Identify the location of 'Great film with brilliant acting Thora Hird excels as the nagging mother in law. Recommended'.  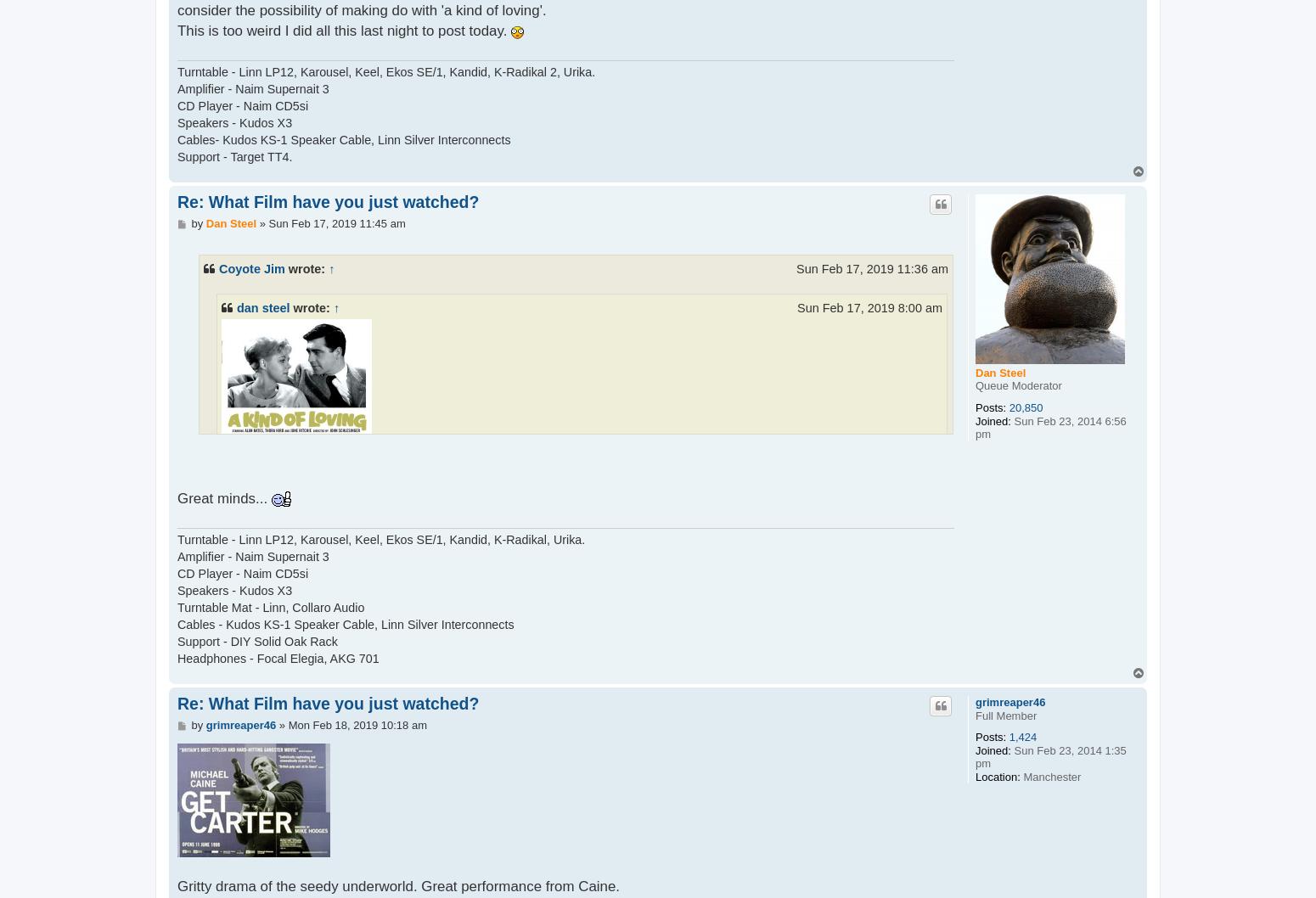
(222, 699).